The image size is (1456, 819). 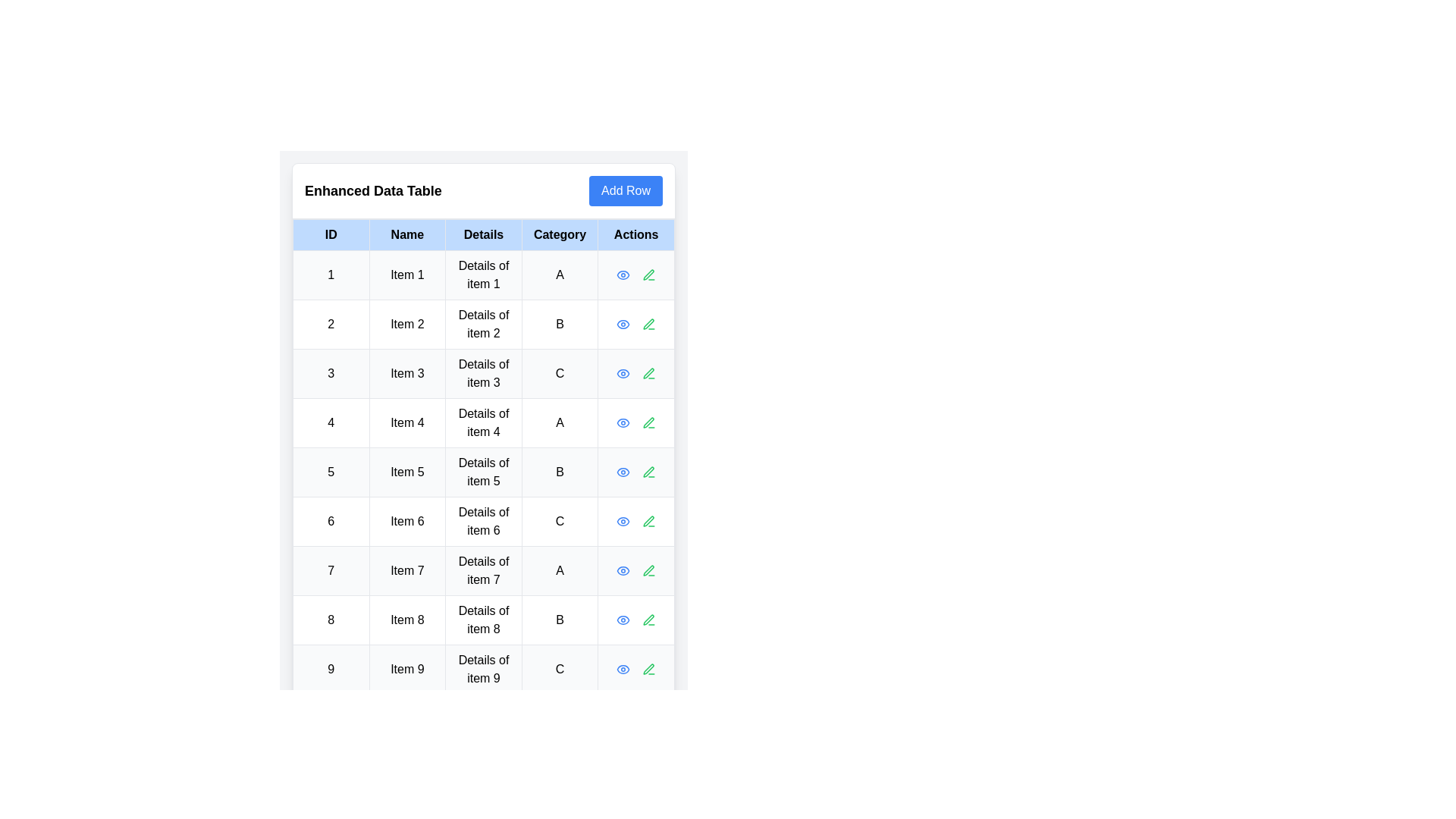 I want to click on the table cell containing the letter 'A' in the seventh row under the 'Category' column, which corresponds to 'Item 7.', so click(x=559, y=570).